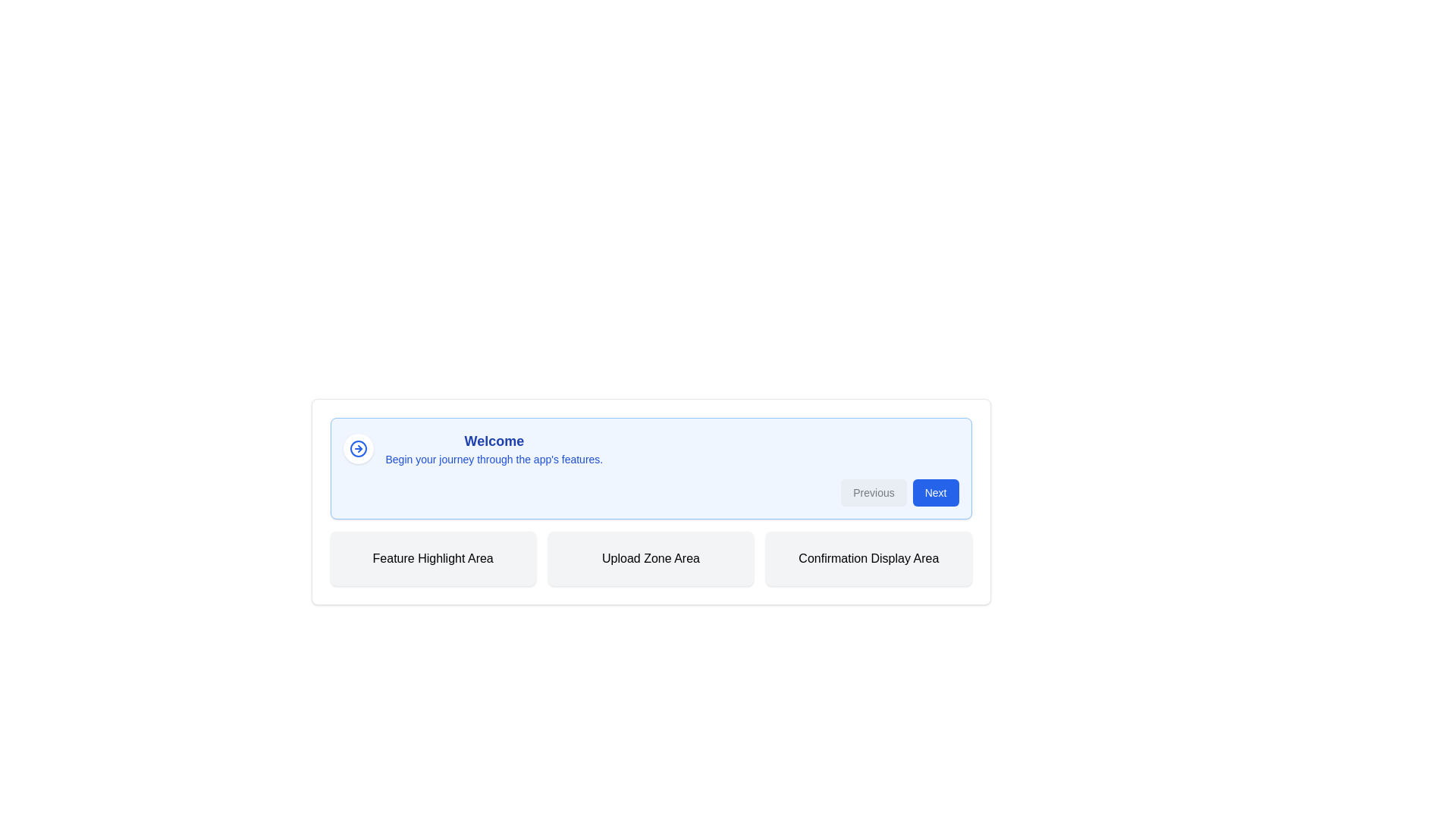 This screenshot has height=819, width=1456. Describe the element at coordinates (494, 447) in the screenshot. I see `the introductory text displayed at the top section of the interface, which welcomes users` at that location.